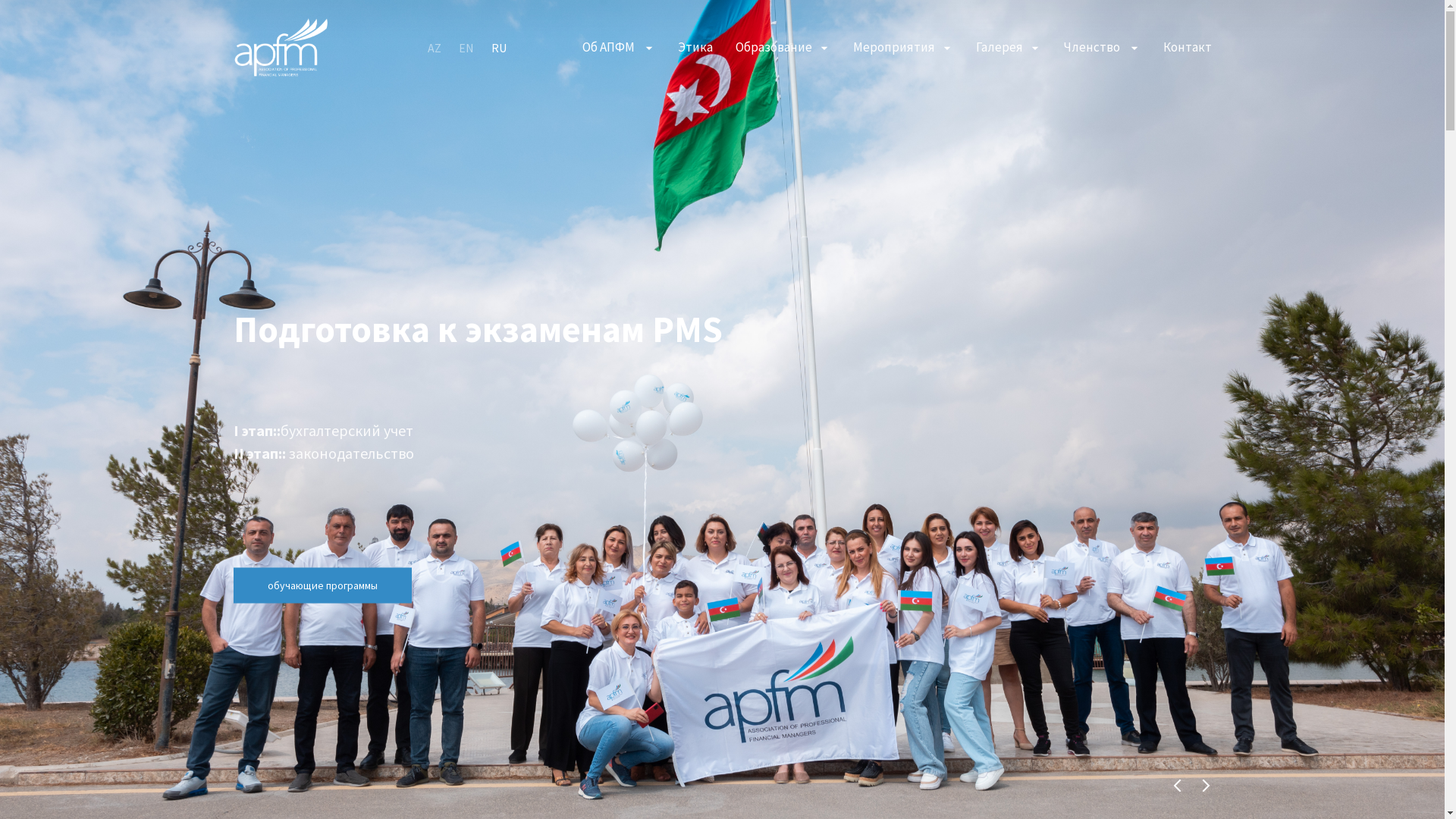 Image resolution: width=1456 pixels, height=819 pixels. What do you see at coordinates (1175, 786) in the screenshot?
I see `'Previous'` at bounding box center [1175, 786].